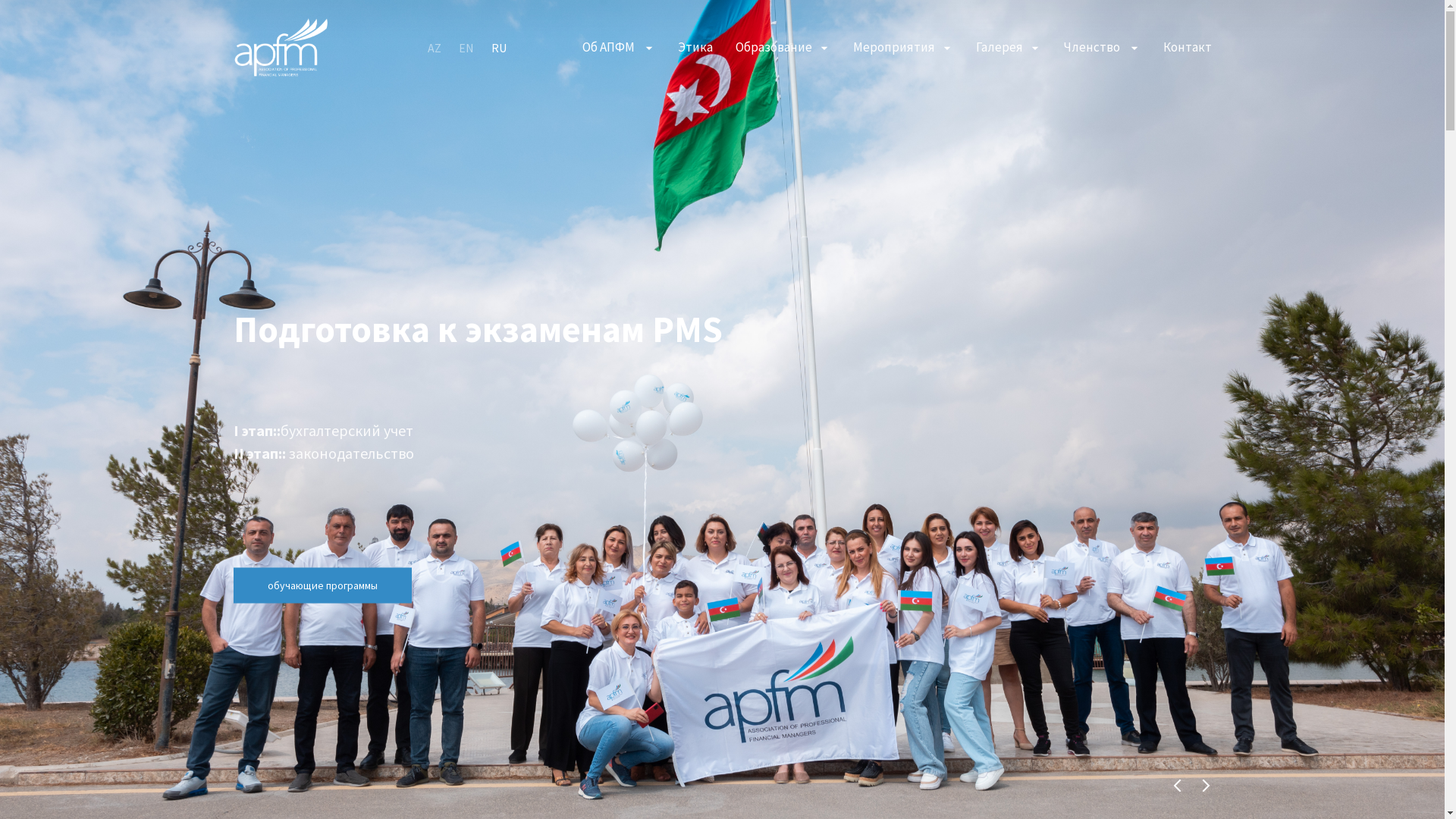 Image resolution: width=1456 pixels, height=819 pixels. What do you see at coordinates (1175, 786) in the screenshot?
I see `'Previous'` at bounding box center [1175, 786].